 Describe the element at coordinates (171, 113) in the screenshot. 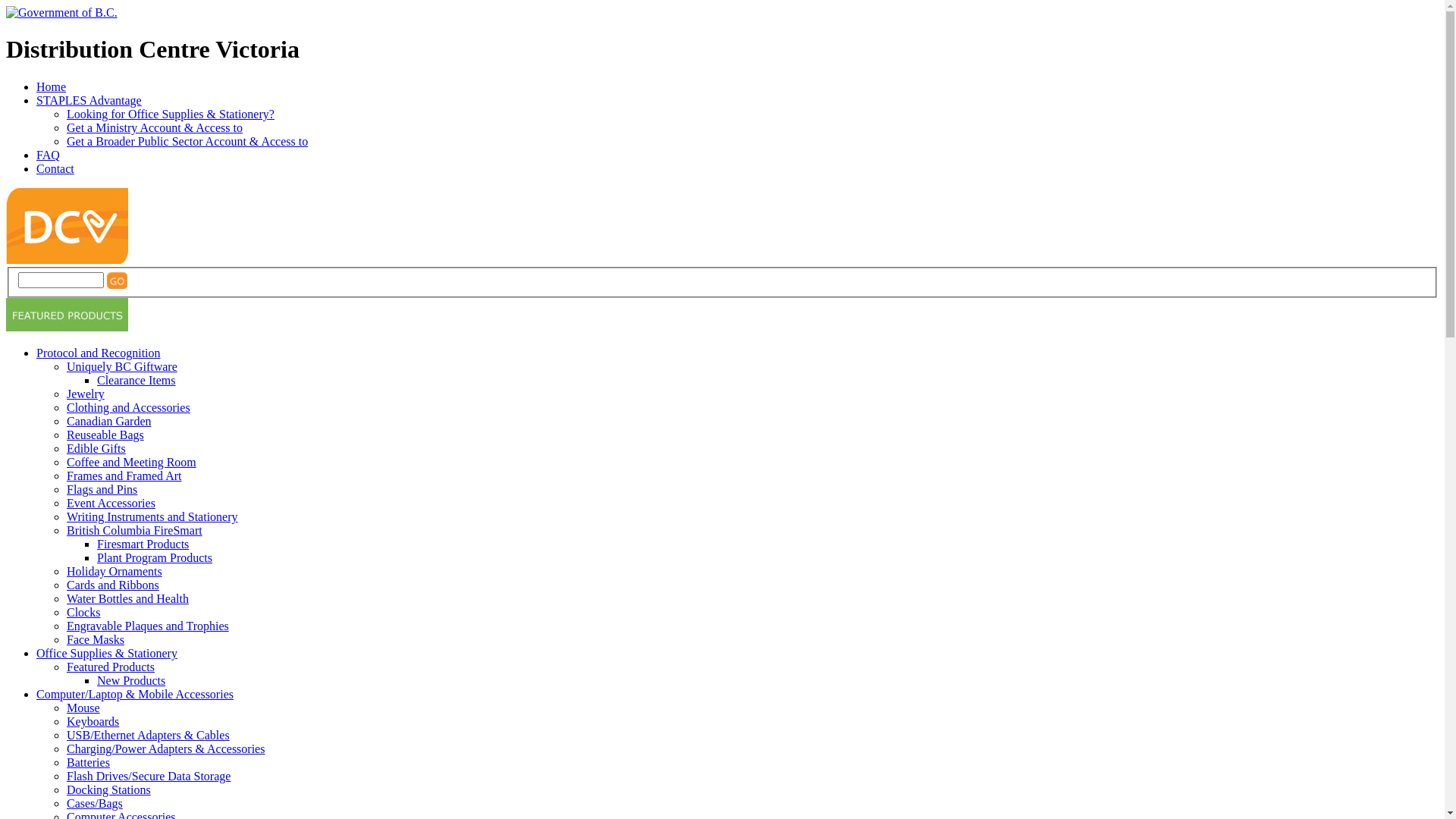

I see `'Looking for Office Supplies & Stationery?'` at that location.